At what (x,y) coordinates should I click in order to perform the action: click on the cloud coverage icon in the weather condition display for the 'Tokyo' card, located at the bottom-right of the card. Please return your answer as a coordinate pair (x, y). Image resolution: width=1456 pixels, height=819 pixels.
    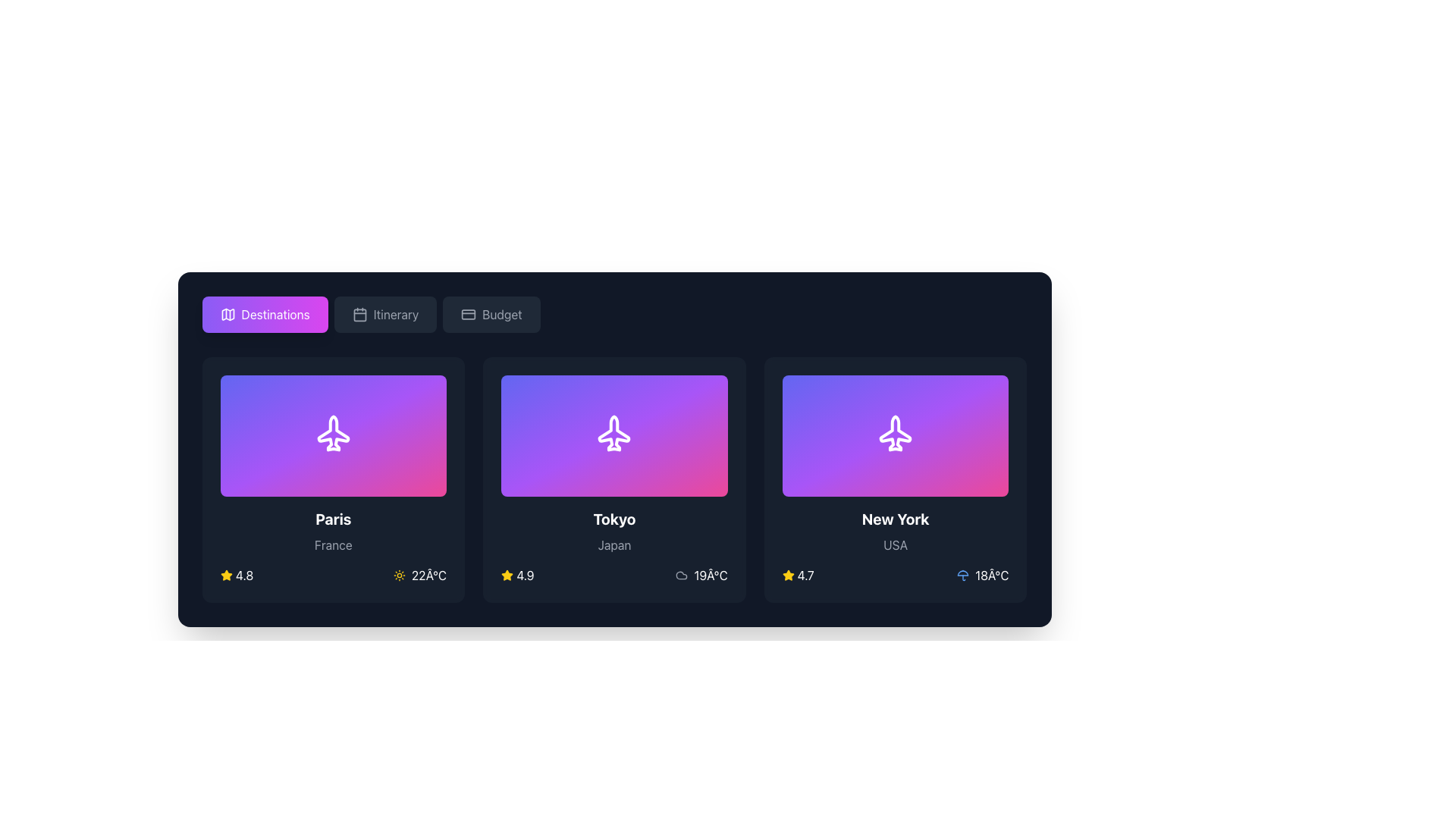
    Looking at the image, I should click on (681, 576).